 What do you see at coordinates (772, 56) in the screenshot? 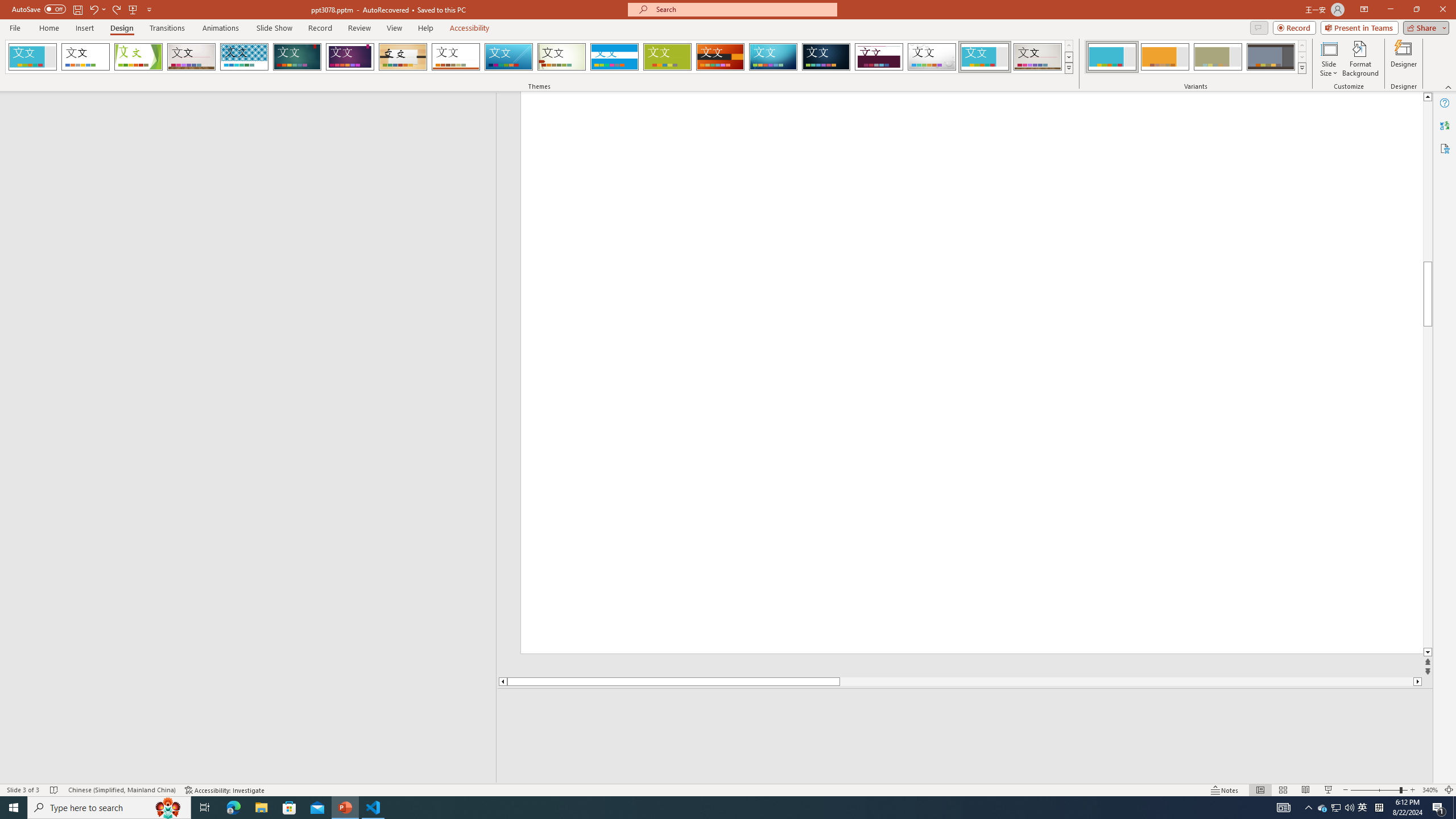
I see `'Circuit'` at bounding box center [772, 56].